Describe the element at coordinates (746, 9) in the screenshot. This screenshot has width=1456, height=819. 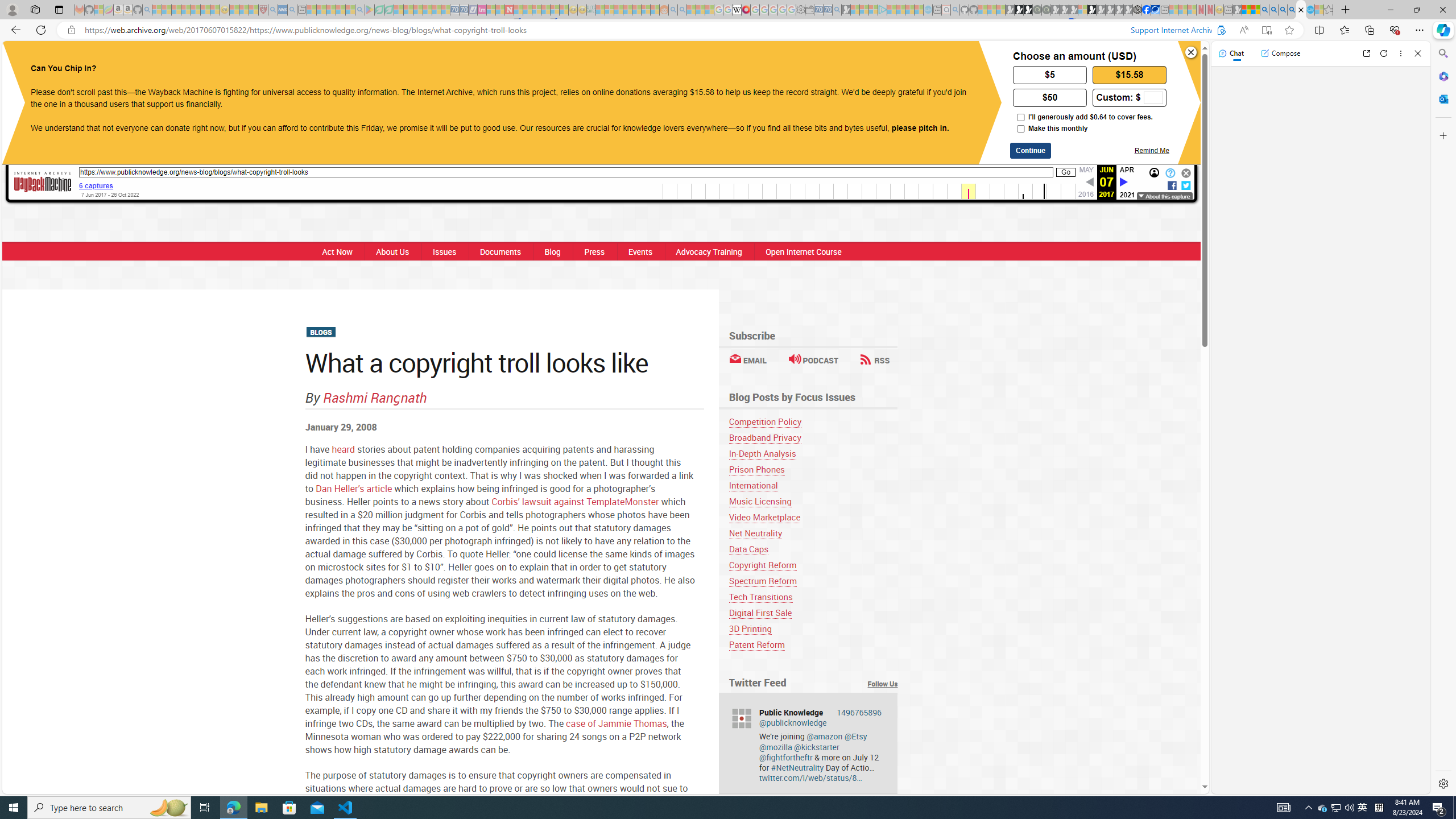
I see `'MediaWiki'` at that location.